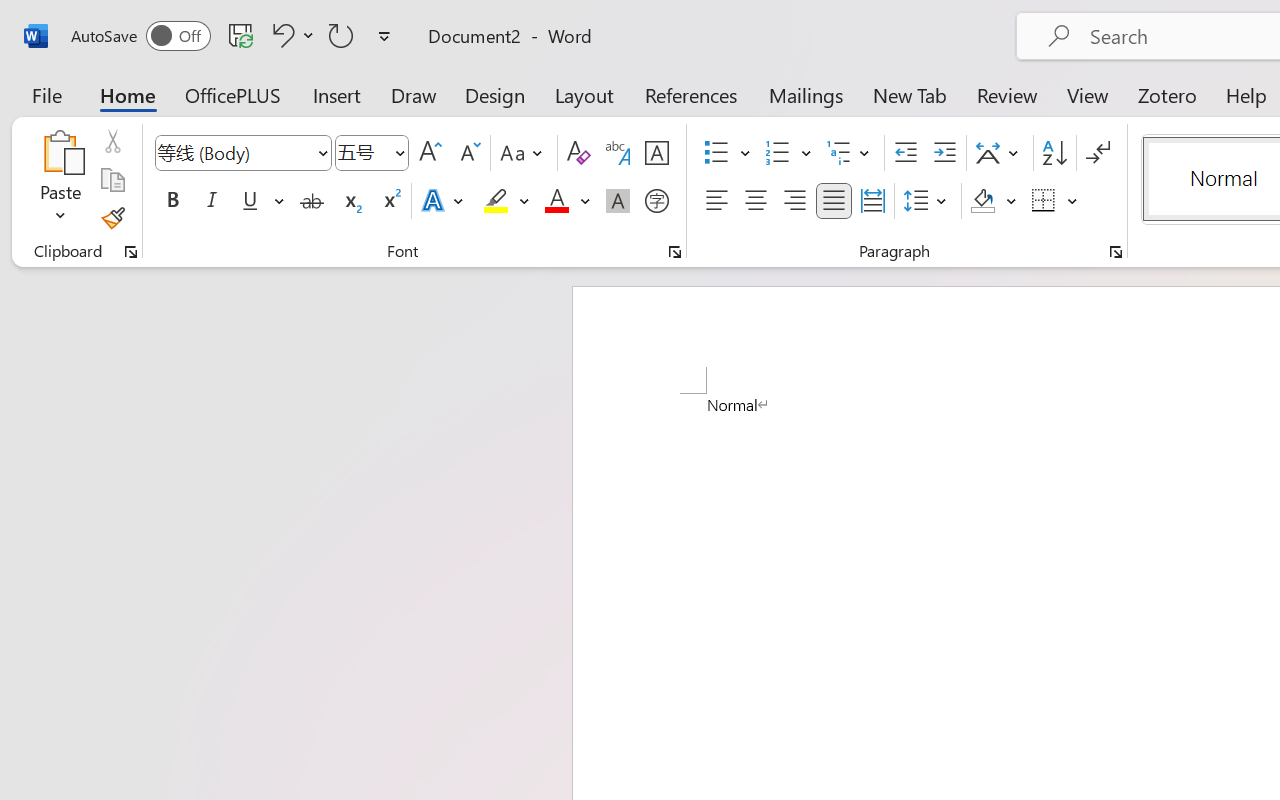  I want to click on 'Bullets', so click(716, 153).